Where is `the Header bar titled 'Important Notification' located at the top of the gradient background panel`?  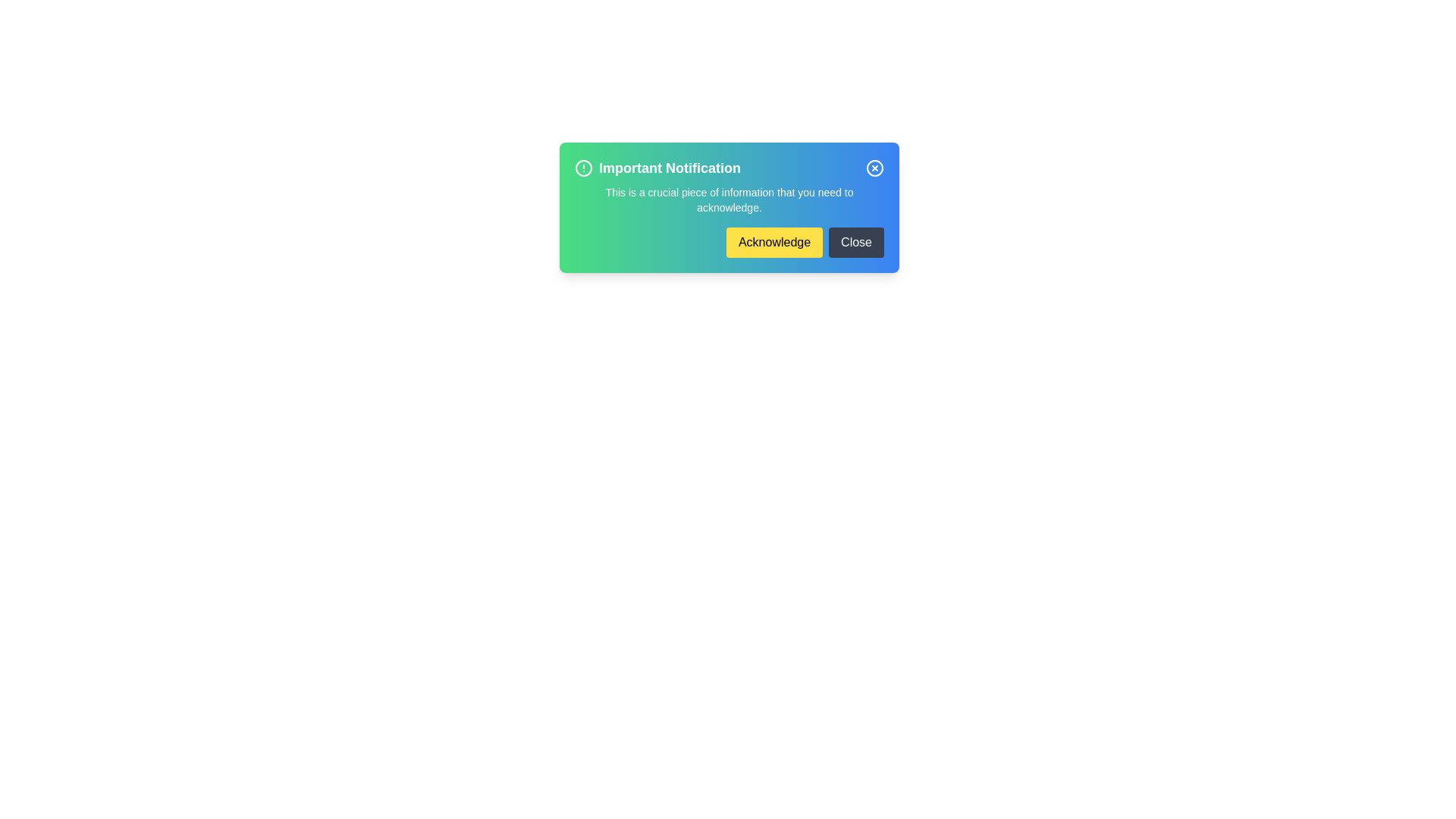
the Header bar titled 'Important Notification' located at the top of the gradient background panel is located at coordinates (729, 168).